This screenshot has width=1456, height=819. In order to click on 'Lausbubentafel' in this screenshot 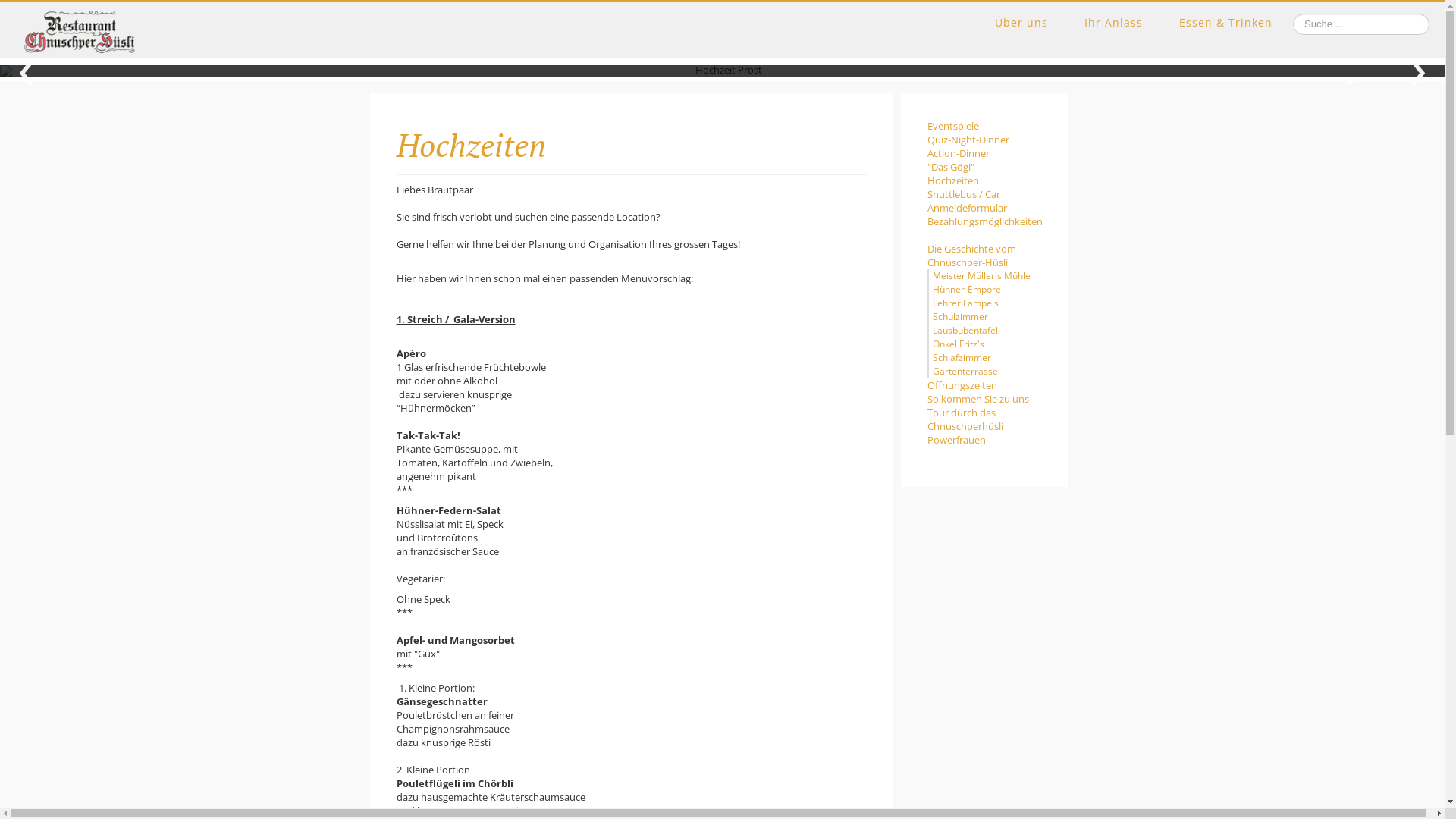, I will do `click(964, 329)`.